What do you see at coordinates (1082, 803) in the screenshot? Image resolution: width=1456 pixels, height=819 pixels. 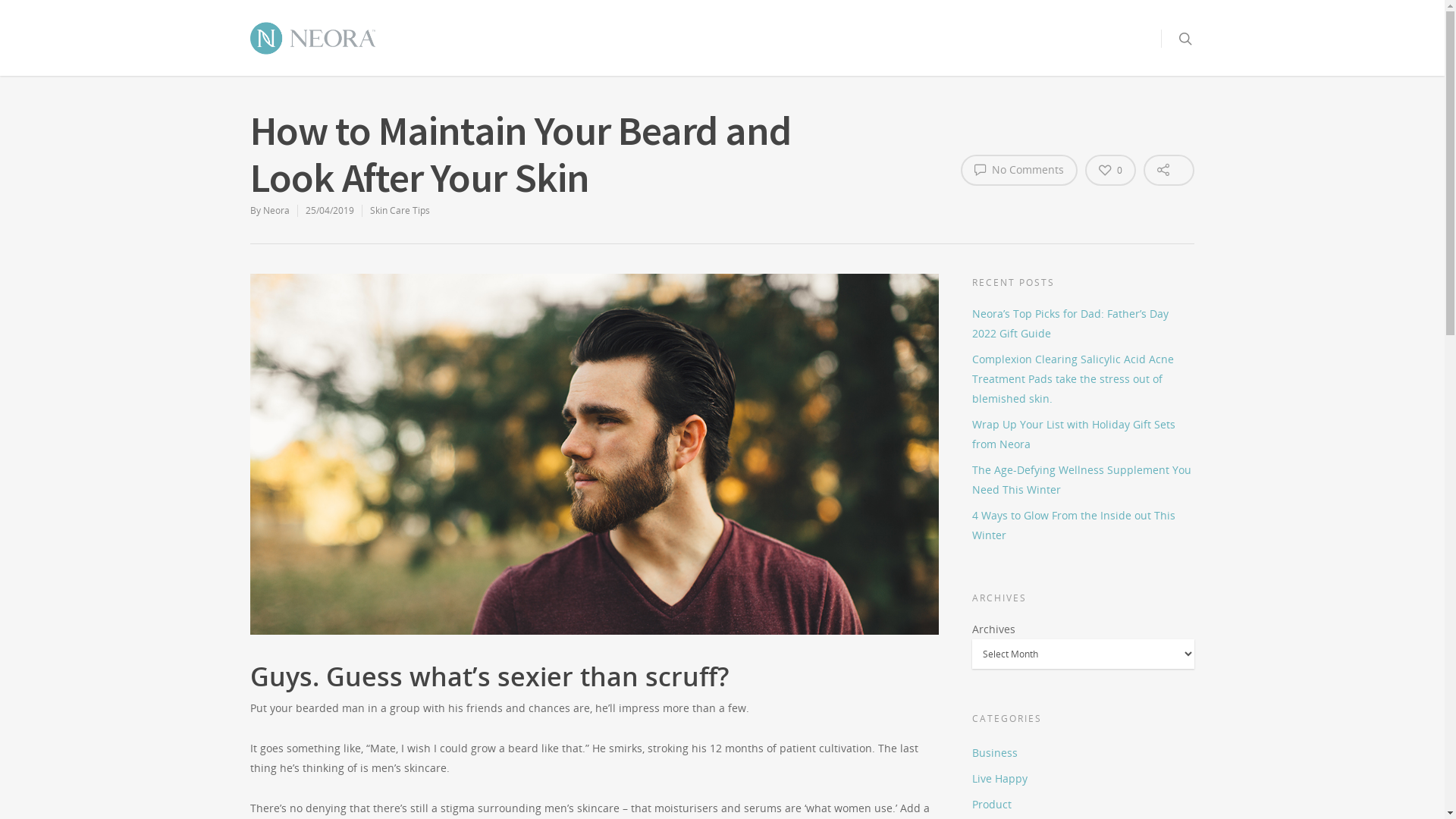 I see `'Product'` at bounding box center [1082, 803].